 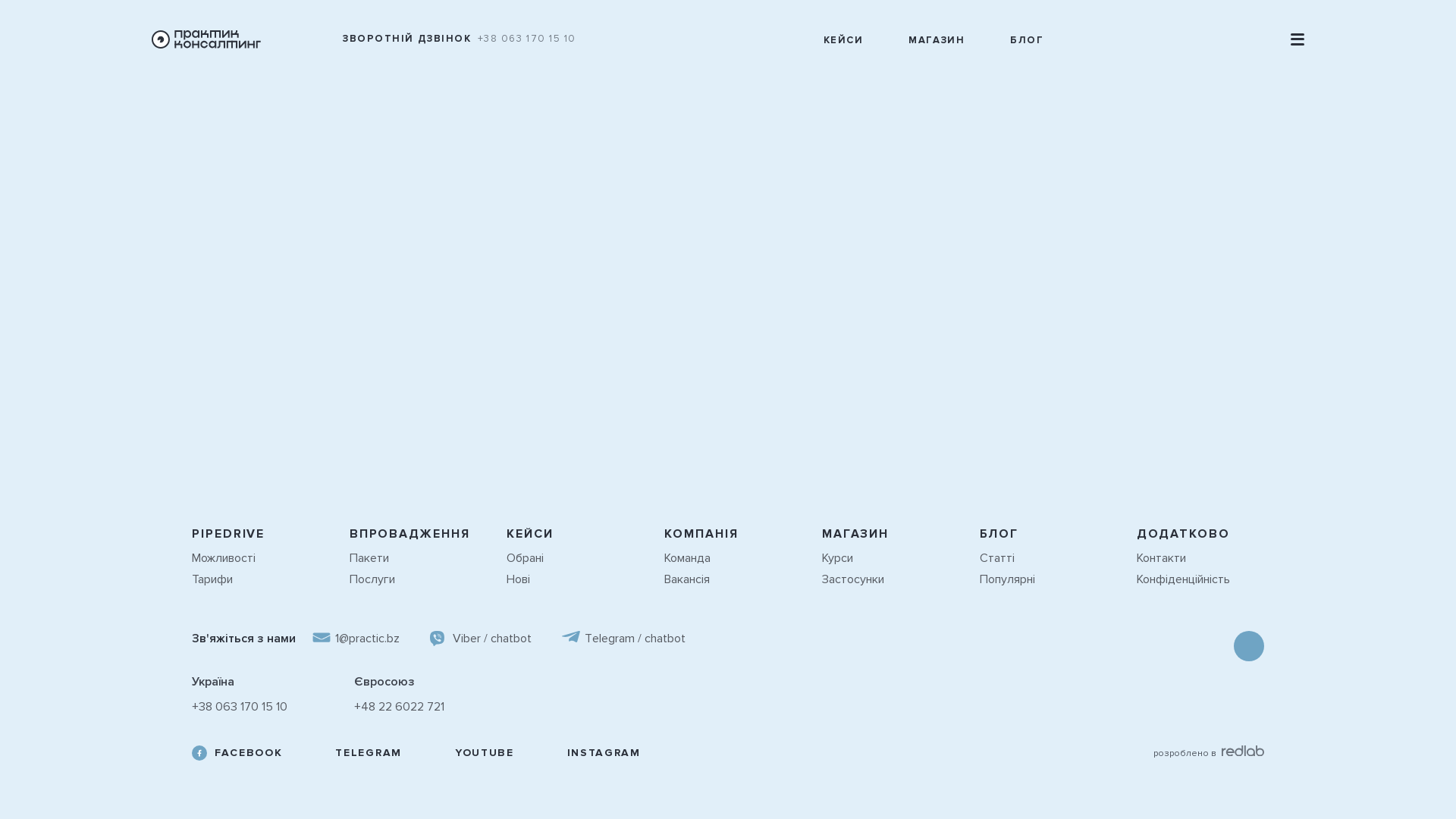 I want to click on 'TELEGRAM', so click(x=356, y=752).